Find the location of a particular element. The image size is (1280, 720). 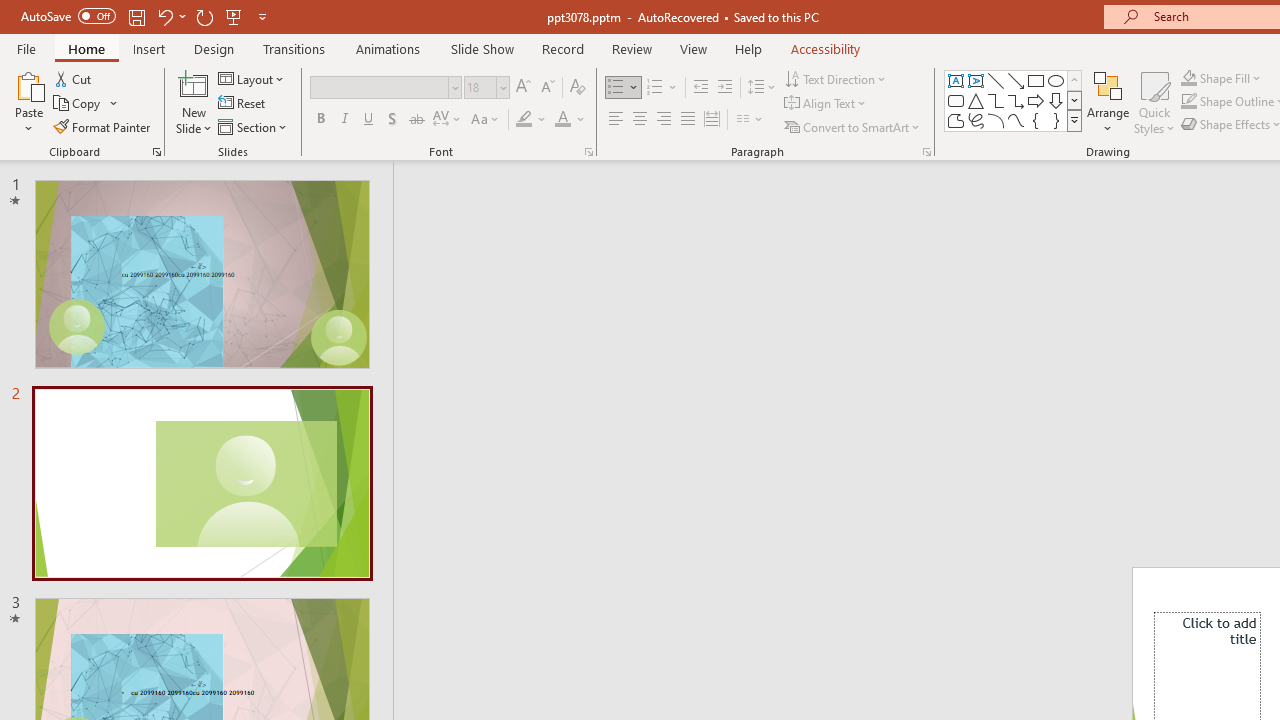

'Row up' is located at coordinates (1073, 79).